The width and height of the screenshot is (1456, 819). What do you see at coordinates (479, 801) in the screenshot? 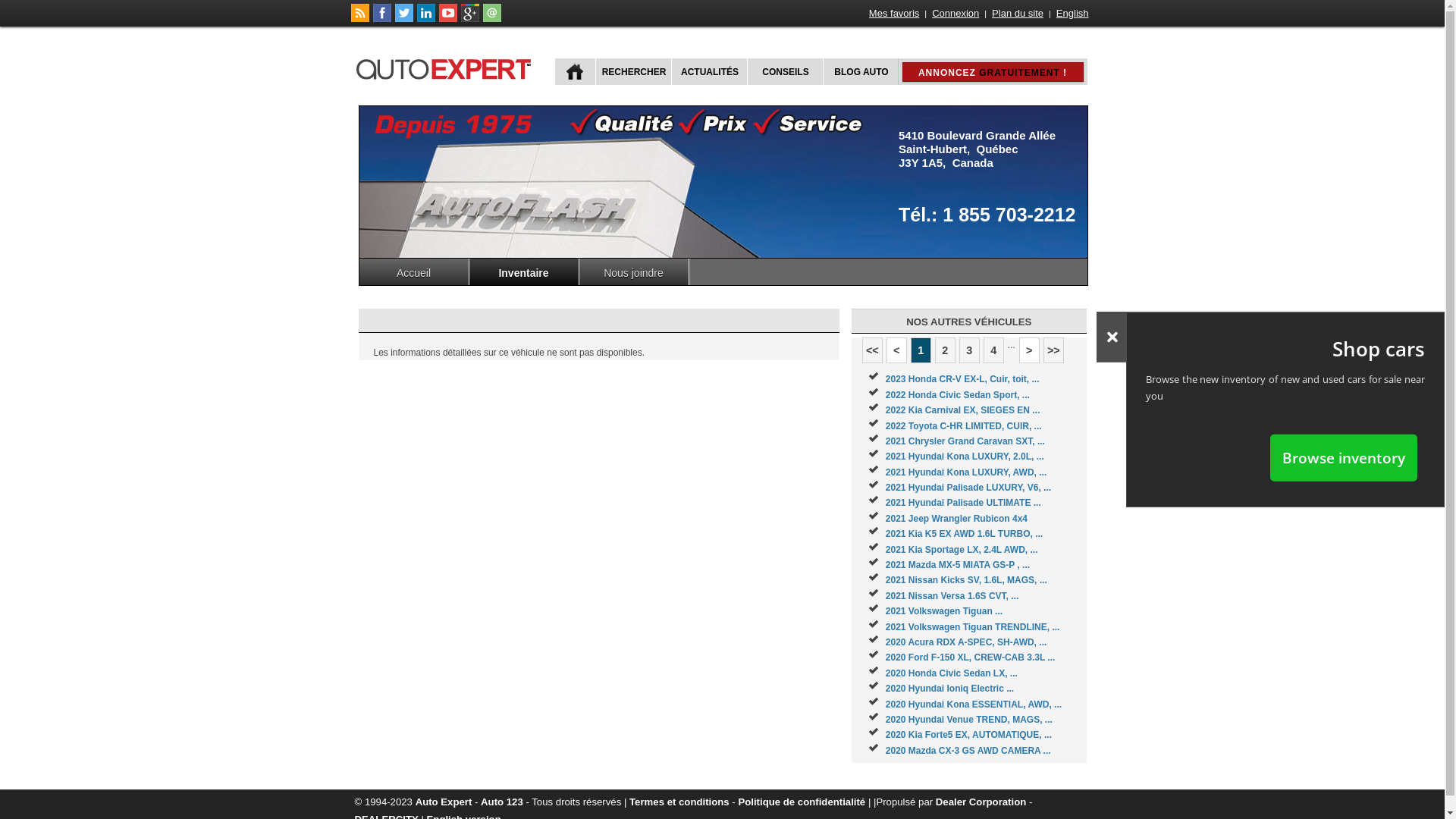
I see `'Auto 123'` at bounding box center [479, 801].